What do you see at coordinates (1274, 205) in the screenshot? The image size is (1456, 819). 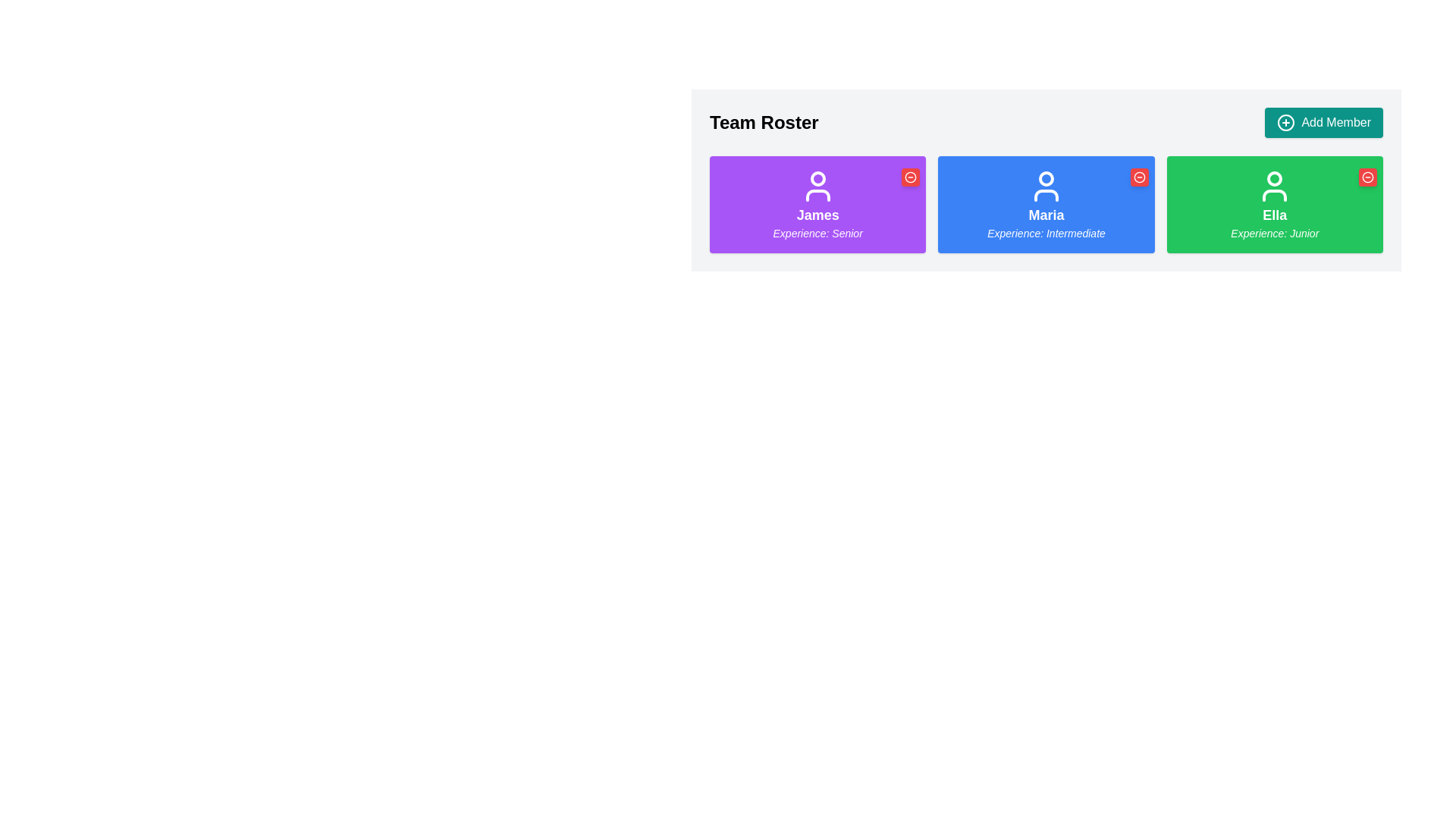 I see `text information from the green card containing the user icon, with the name 'Ella' in bold and the experience level 'Junior' in italicized font` at bounding box center [1274, 205].